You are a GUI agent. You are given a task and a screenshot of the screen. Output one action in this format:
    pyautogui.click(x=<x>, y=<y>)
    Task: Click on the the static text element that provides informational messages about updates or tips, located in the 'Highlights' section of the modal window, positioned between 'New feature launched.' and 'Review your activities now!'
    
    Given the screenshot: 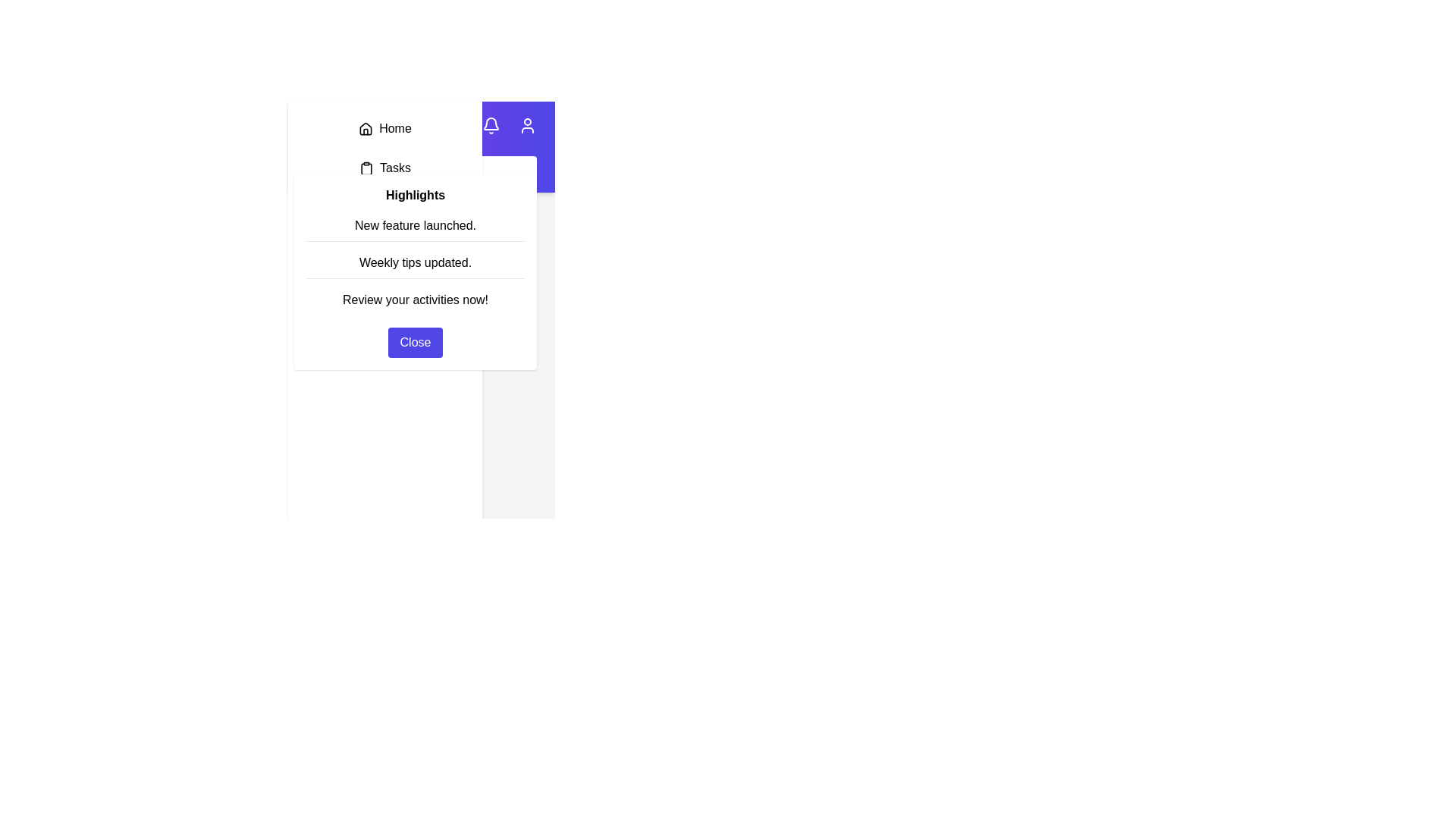 What is the action you would take?
    pyautogui.click(x=415, y=262)
    